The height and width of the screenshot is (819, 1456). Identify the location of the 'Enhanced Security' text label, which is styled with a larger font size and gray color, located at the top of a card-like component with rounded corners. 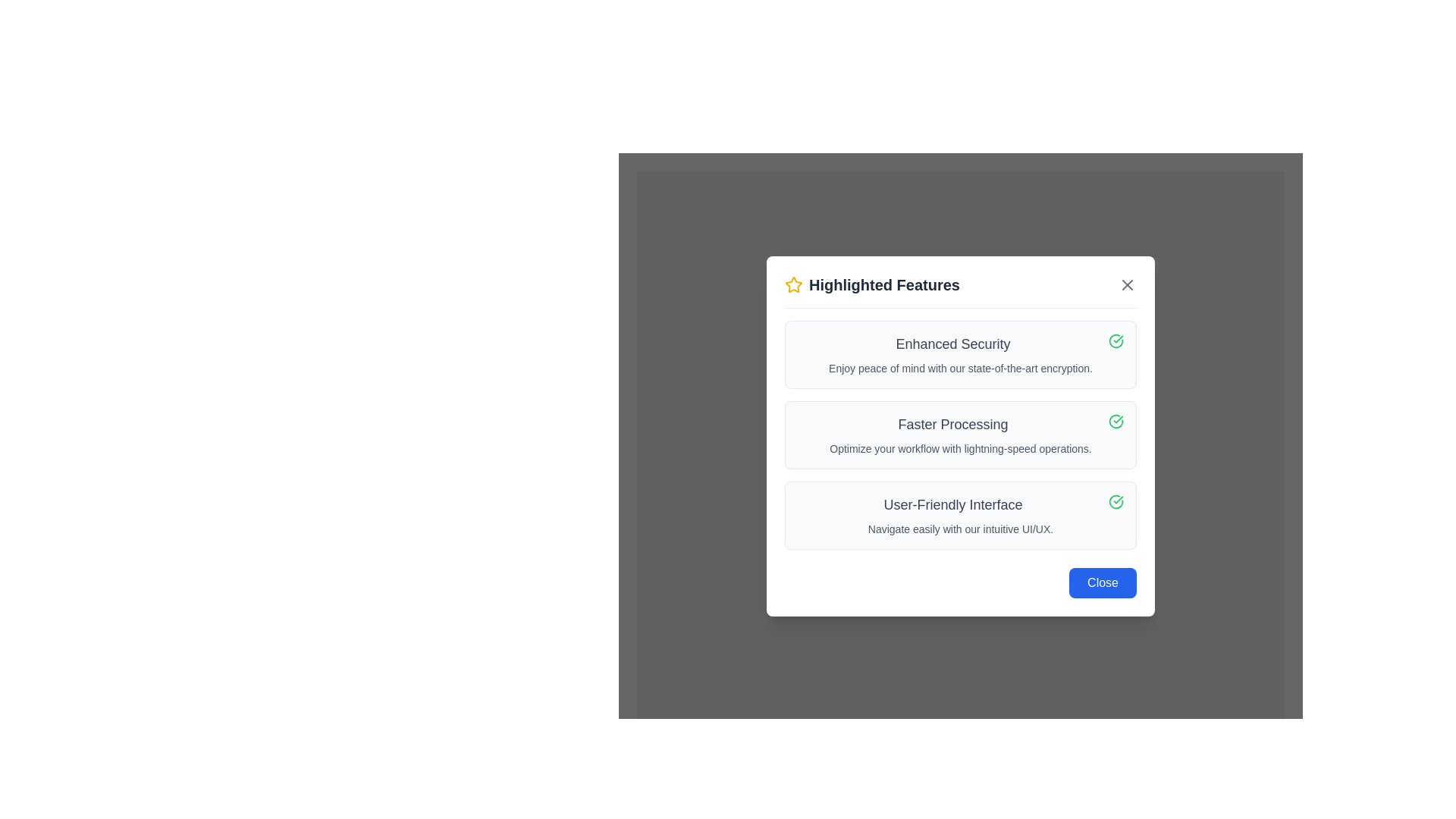
(960, 344).